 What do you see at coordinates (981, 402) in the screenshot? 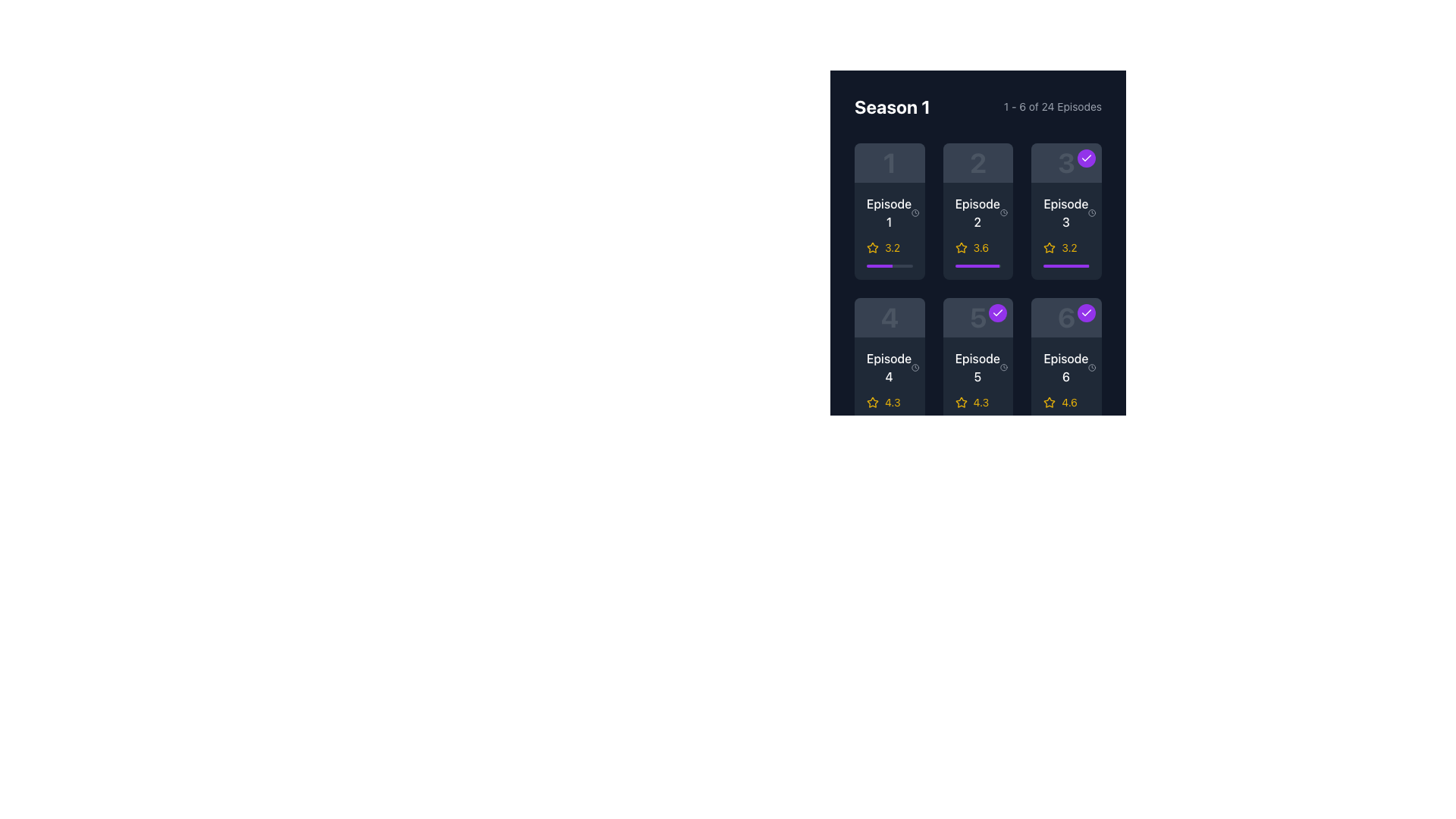
I see `rating score text located below Episode 5's title, positioned to the right of the star icon in the rating layout` at bounding box center [981, 402].